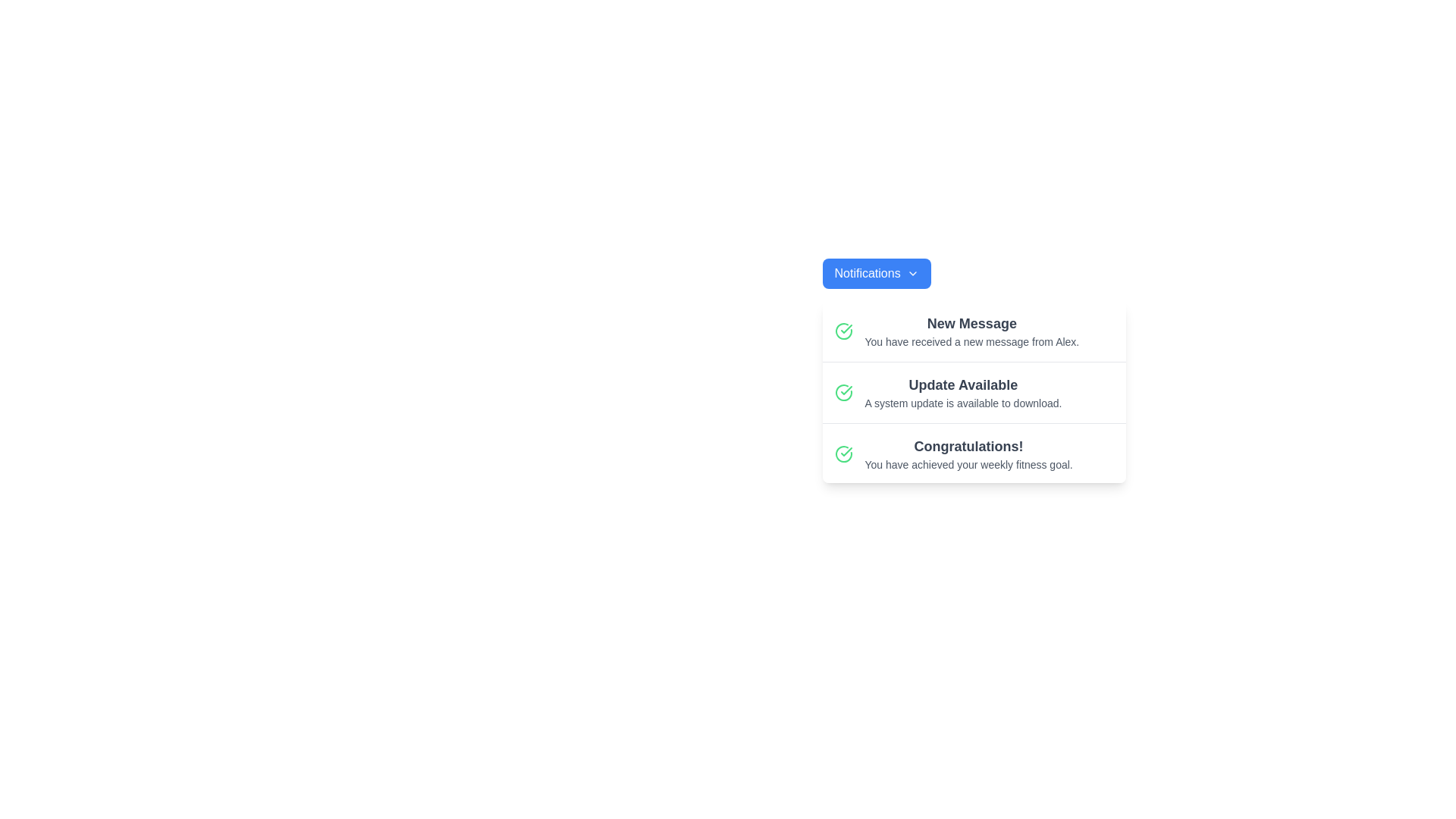 This screenshot has height=819, width=1456. What do you see at coordinates (877, 274) in the screenshot?
I see `the 'Notifications' dropdown button, which has a blue background and white text` at bounding box center [877, 274].